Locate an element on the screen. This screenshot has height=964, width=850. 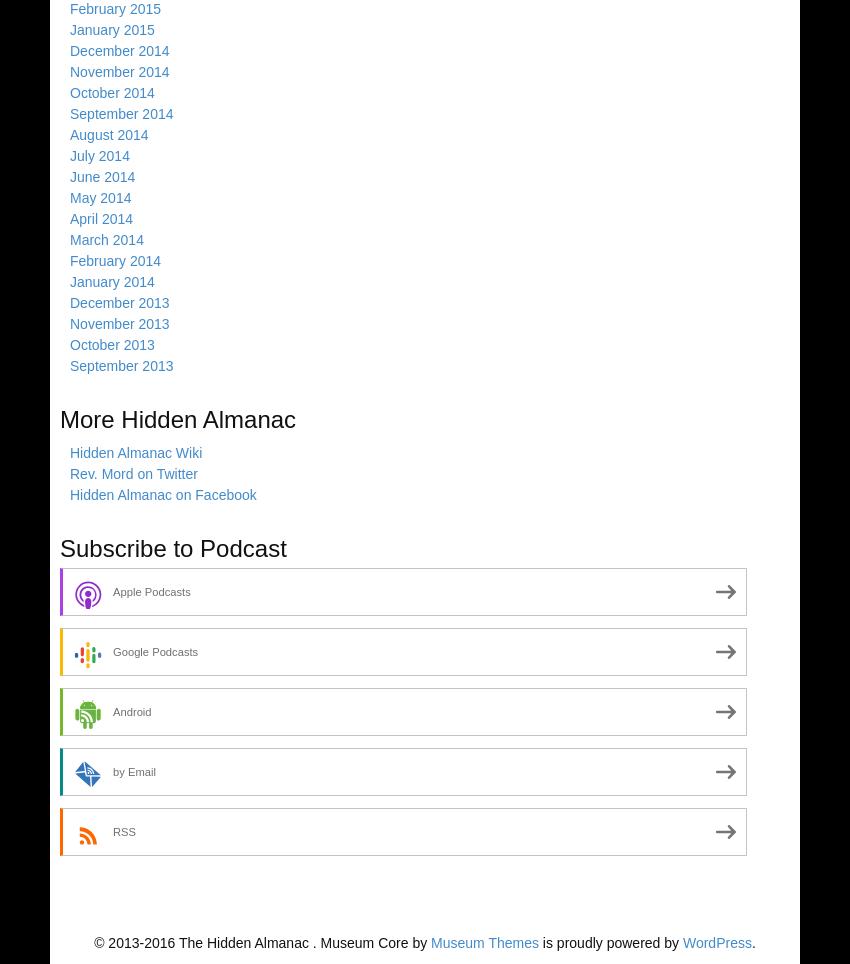
'Google Podcasts' is located at coordinates (111, 650).